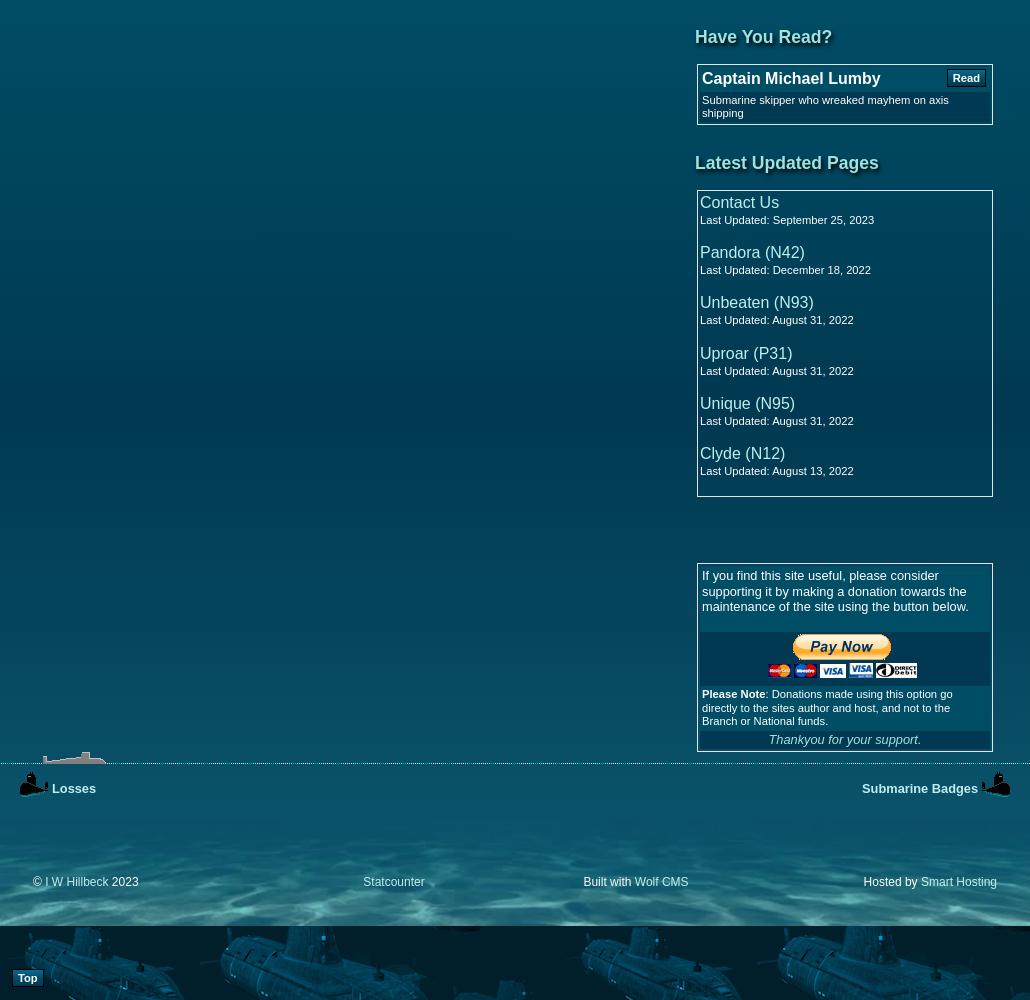  What do you see at coordinates (76, 882) in the screenshot?
I see `'I W Hillbeck'` at bounding box center [76, 882].